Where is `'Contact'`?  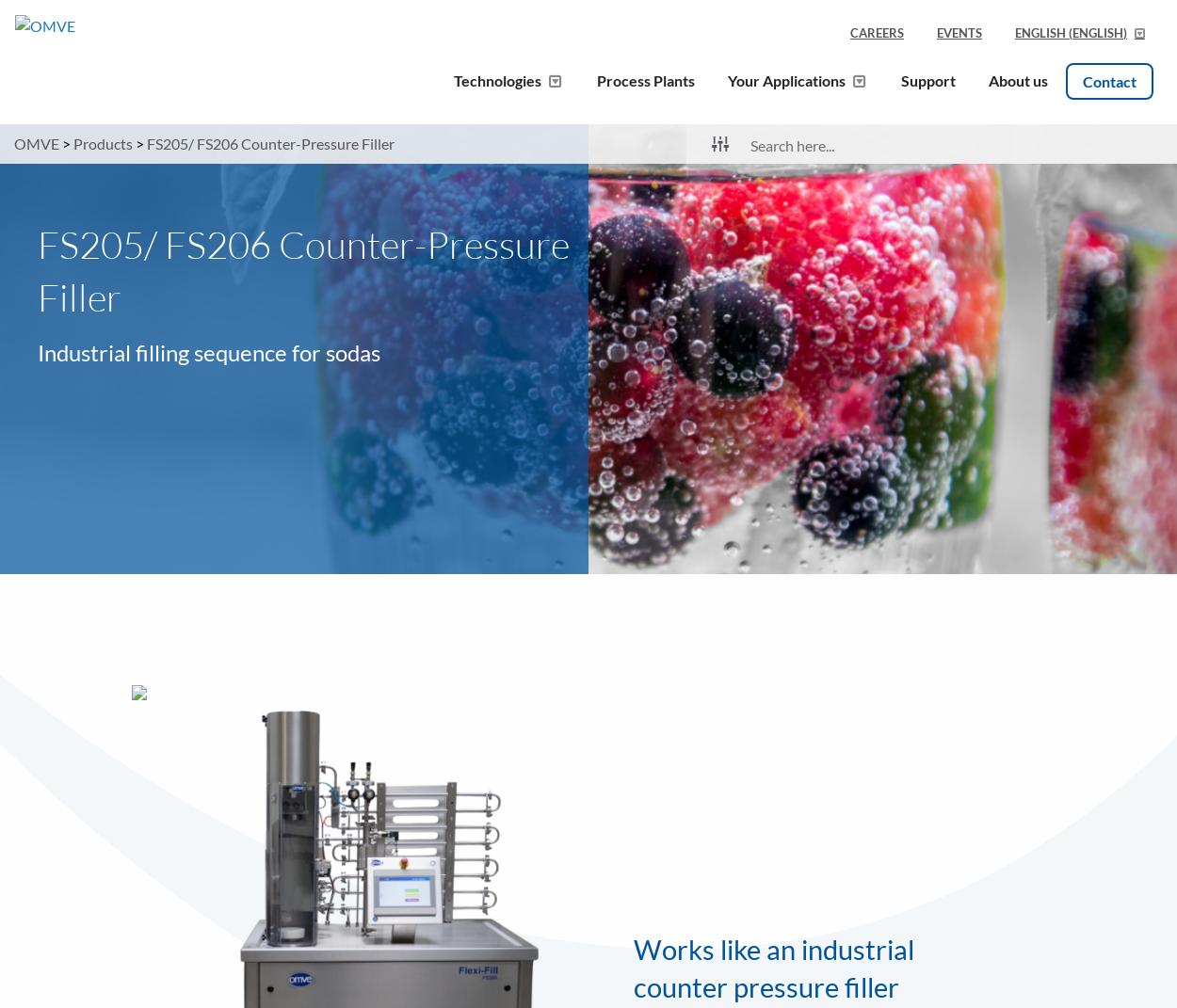
'Contact' is located at coordinates (1109, 80).